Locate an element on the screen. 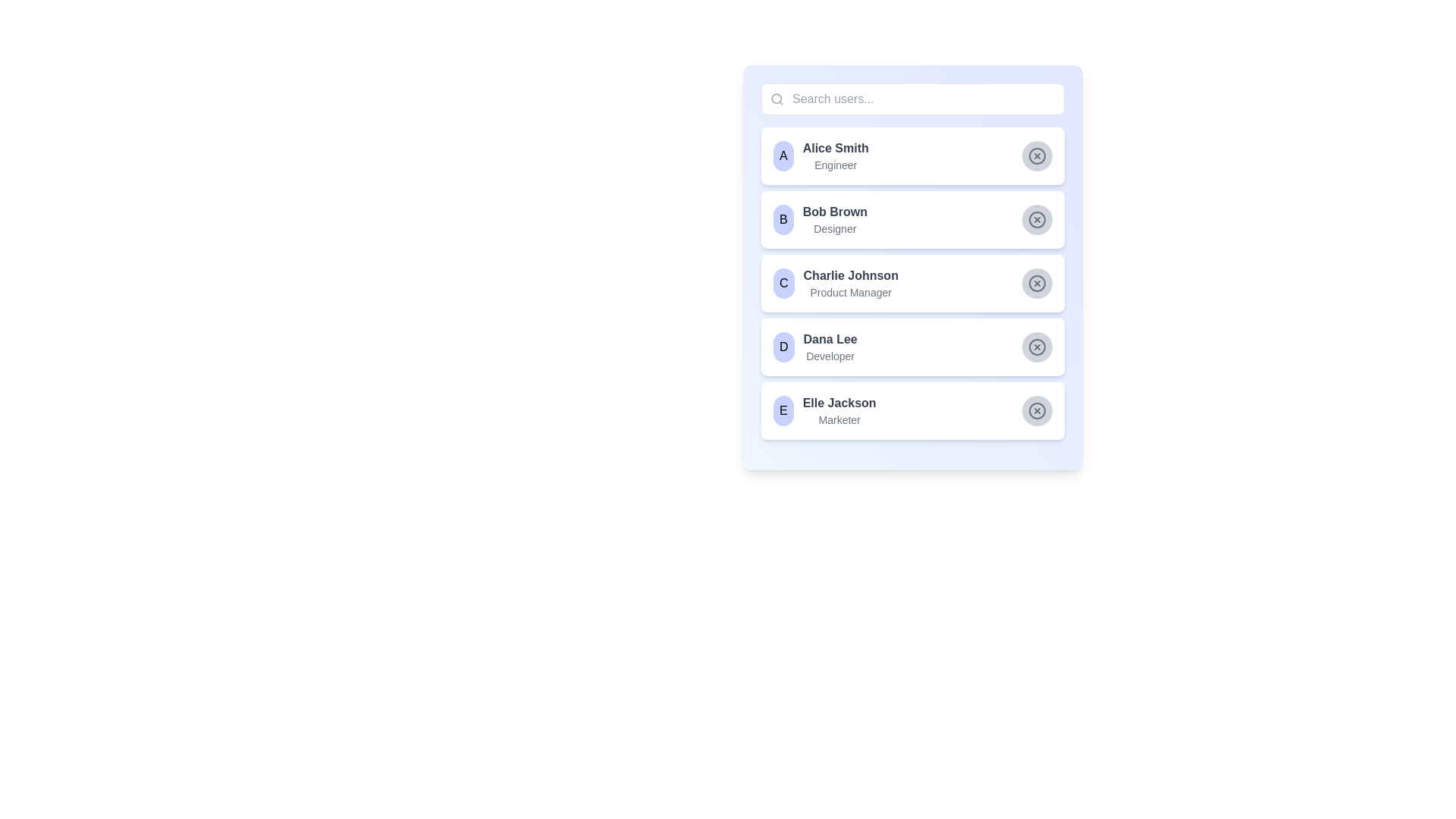 Image resolution: width=1456 pixels, height=819 pixels. the Profile entry card that displays the user's name and role, which is the second item in a vertically stacked list, located between two other similar items is located at coordinates (819, 219).